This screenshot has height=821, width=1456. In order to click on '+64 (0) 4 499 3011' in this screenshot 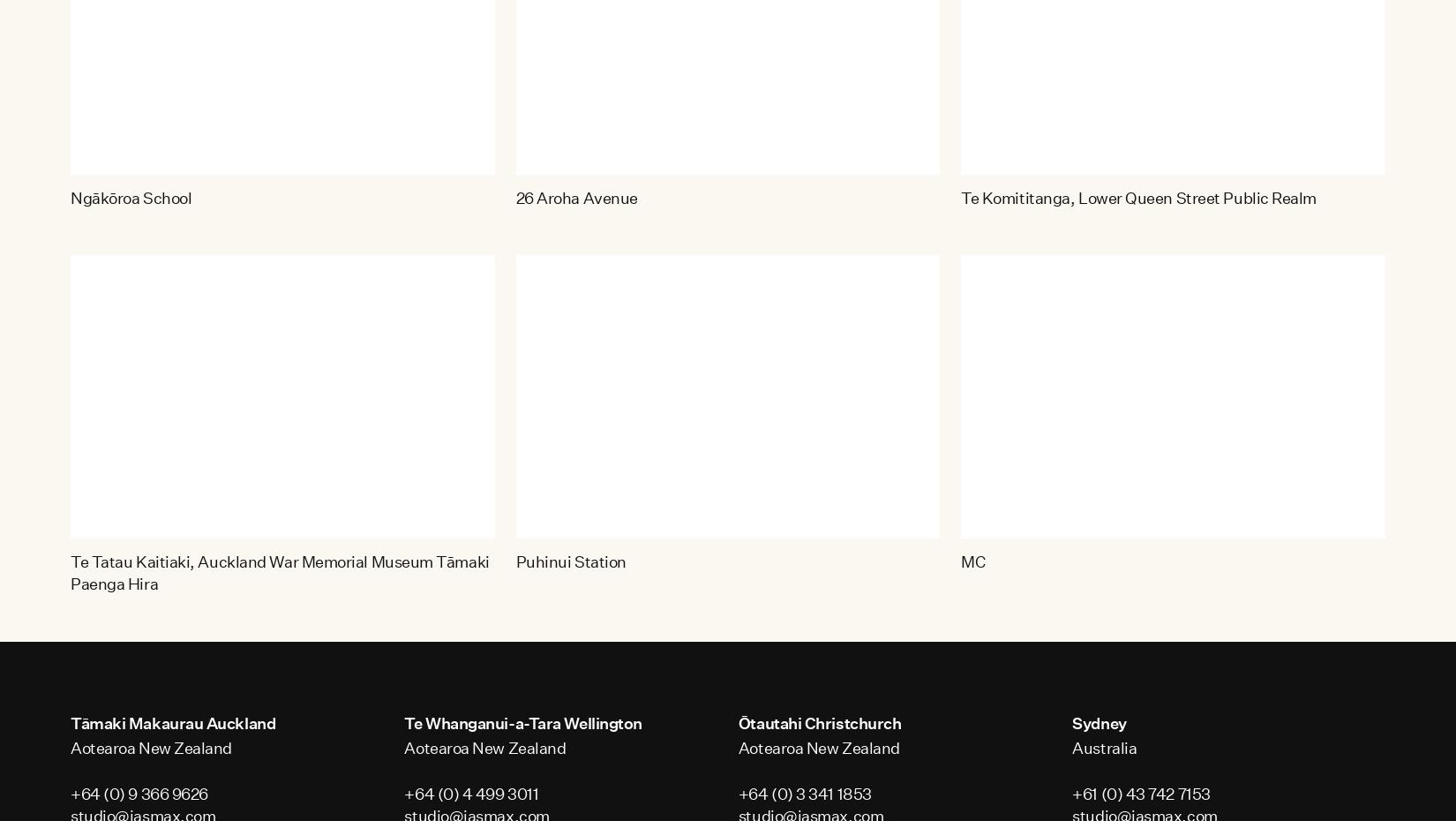, I will do `click(469, 793)`.